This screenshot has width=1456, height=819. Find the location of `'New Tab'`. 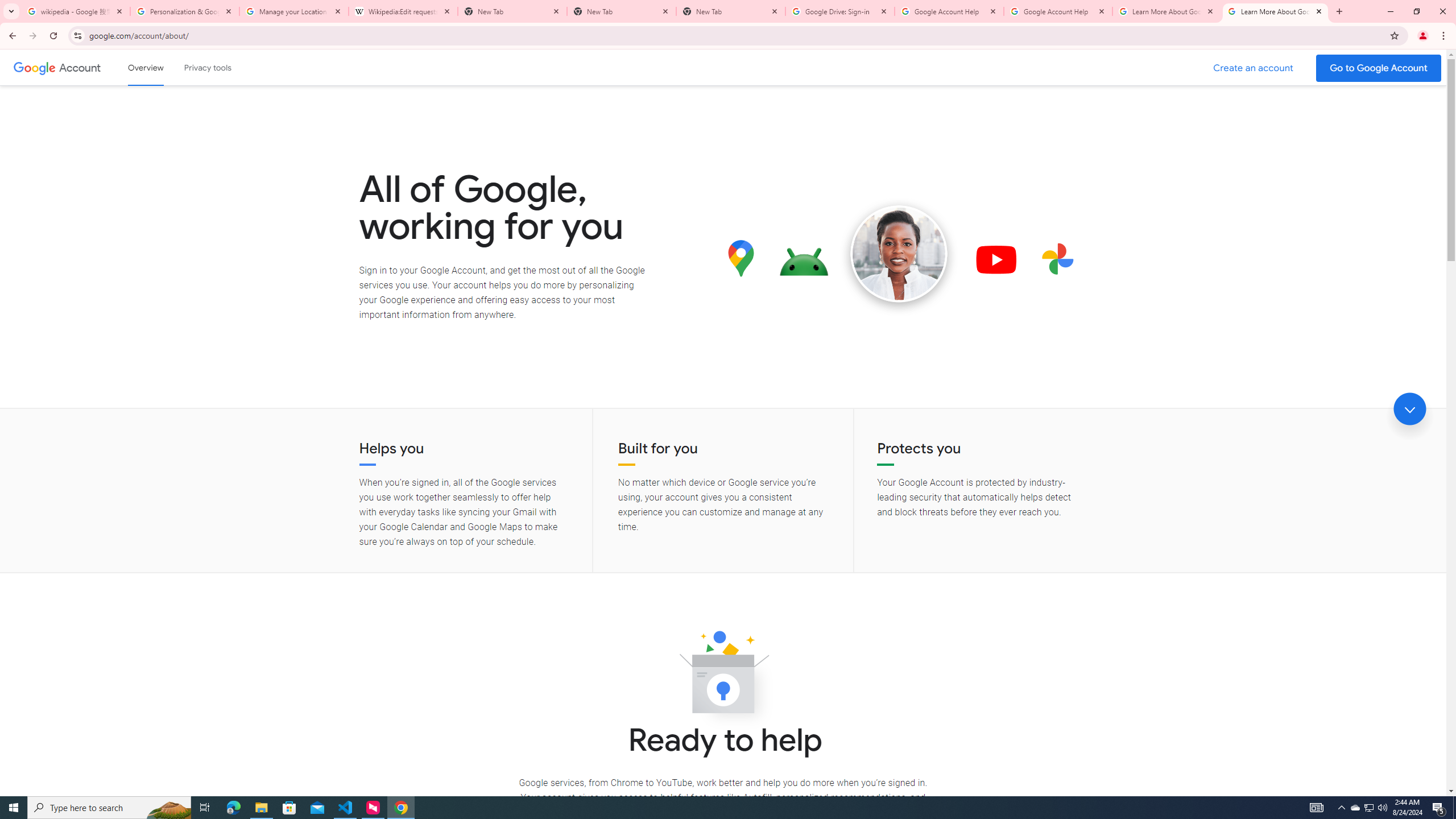

'New Tab' is located at coordinates (621, 11).